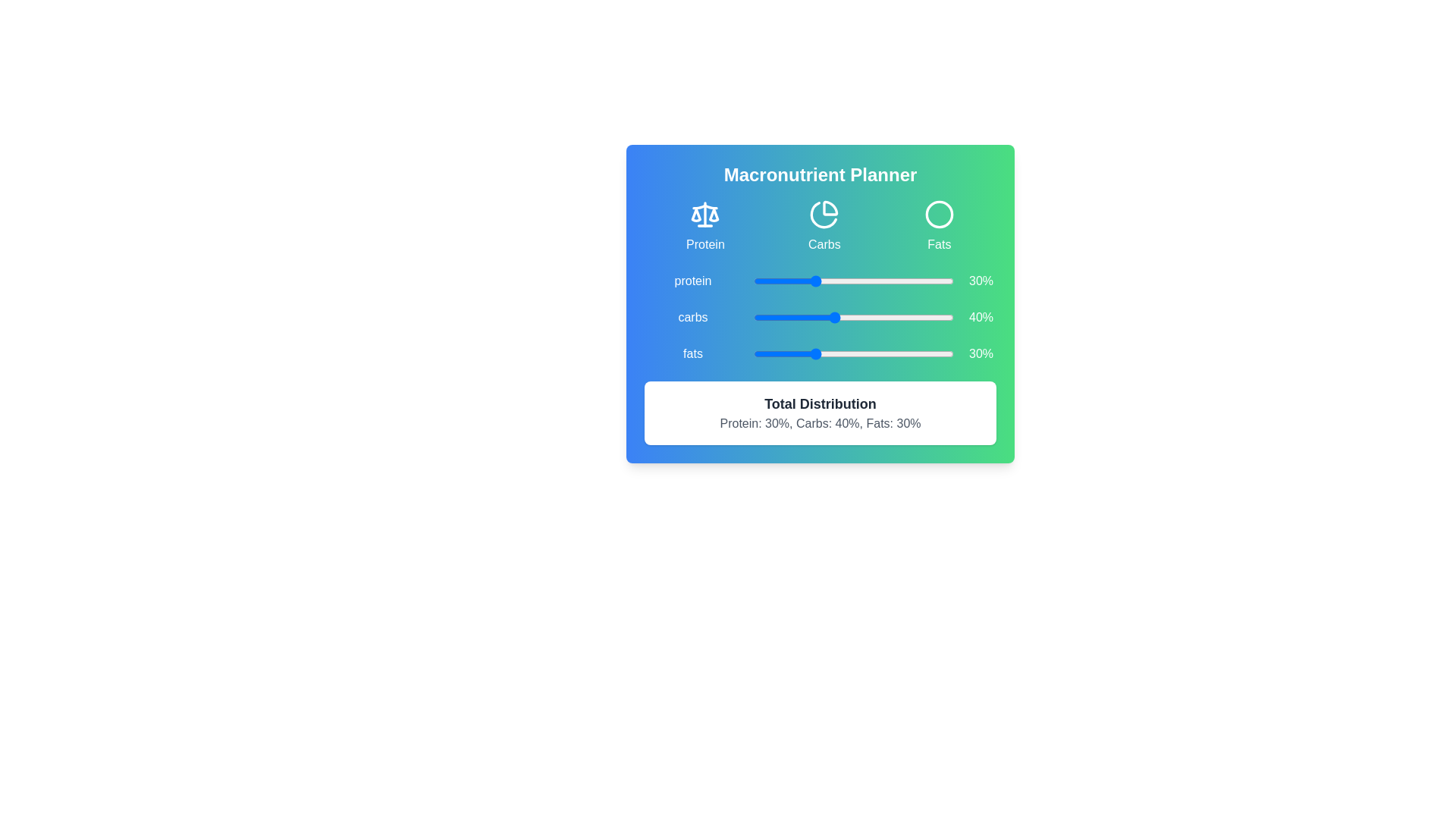 The height and width of the screenshot is (819, 1456). What do you see at coordinates (945, 317) in the screenshot?
I see `the carbs percentage` at bounding box center [945, 317].